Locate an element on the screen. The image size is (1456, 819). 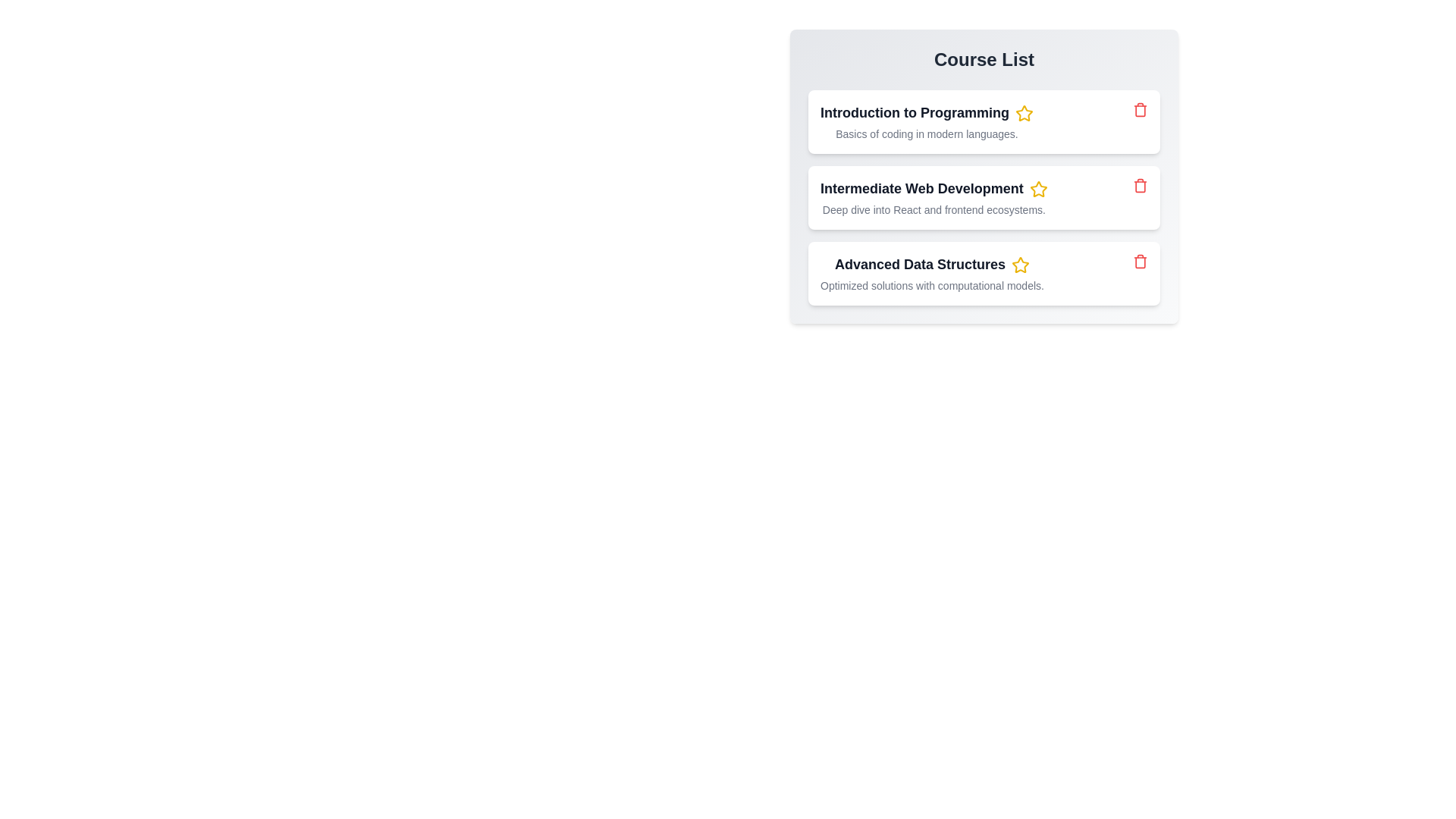
the star icon for the course Advanced Data Structures is located at coordinates (1020, 265).